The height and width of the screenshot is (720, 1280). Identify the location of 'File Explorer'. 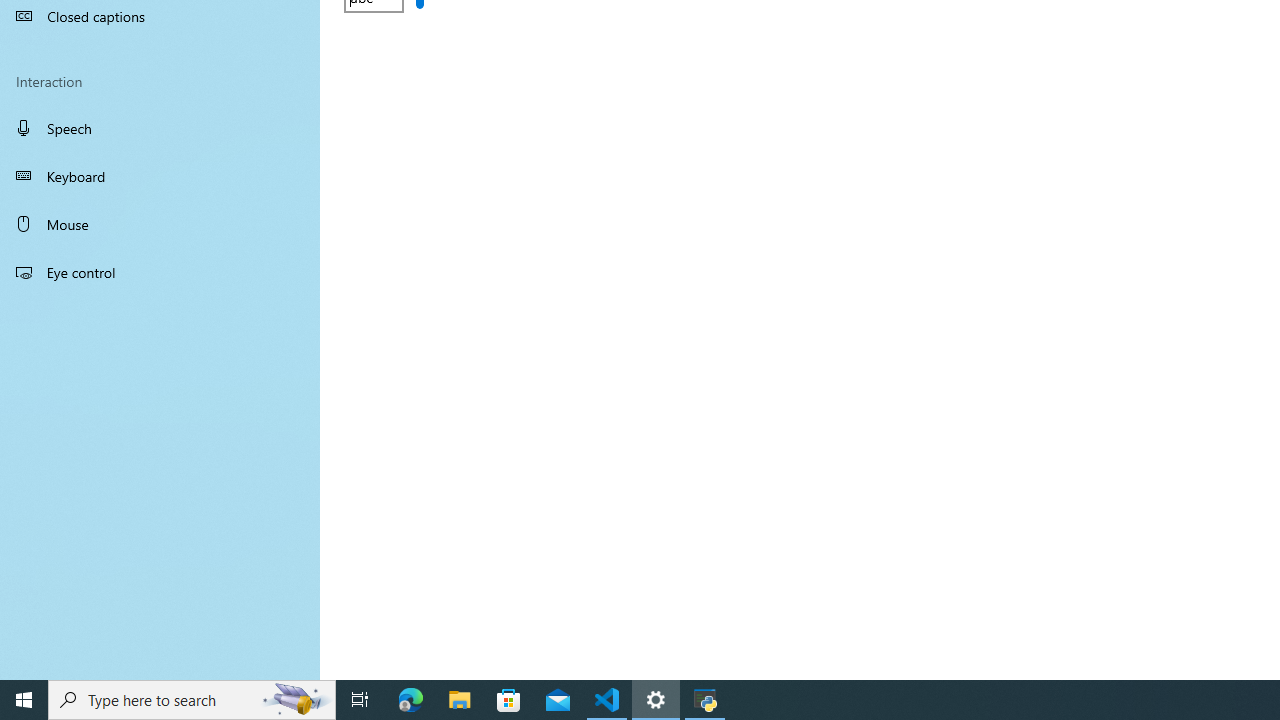
(459, 698).